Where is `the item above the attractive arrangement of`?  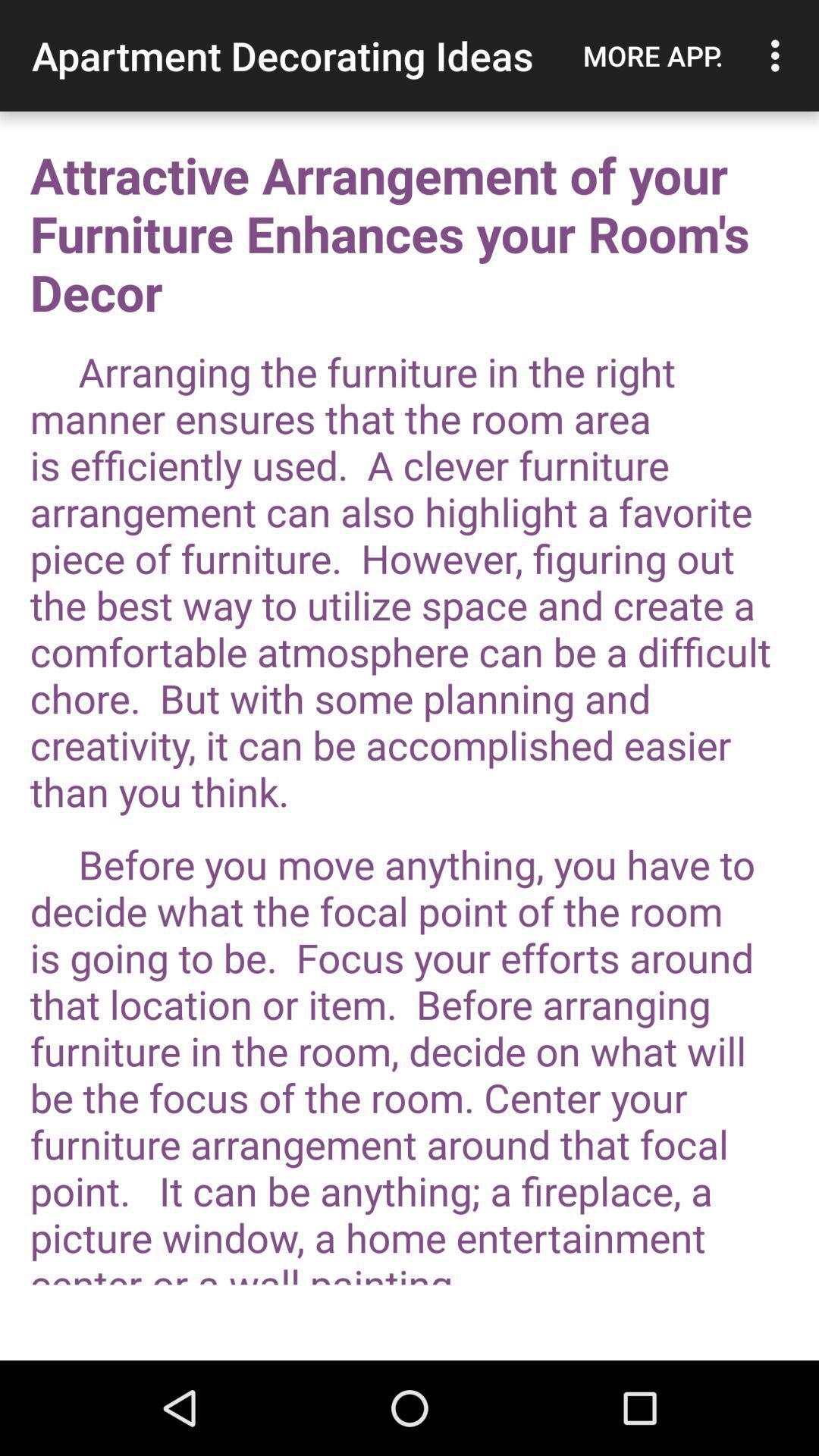
the item above the attractive arrangement of is located at coordinates (779, 55).